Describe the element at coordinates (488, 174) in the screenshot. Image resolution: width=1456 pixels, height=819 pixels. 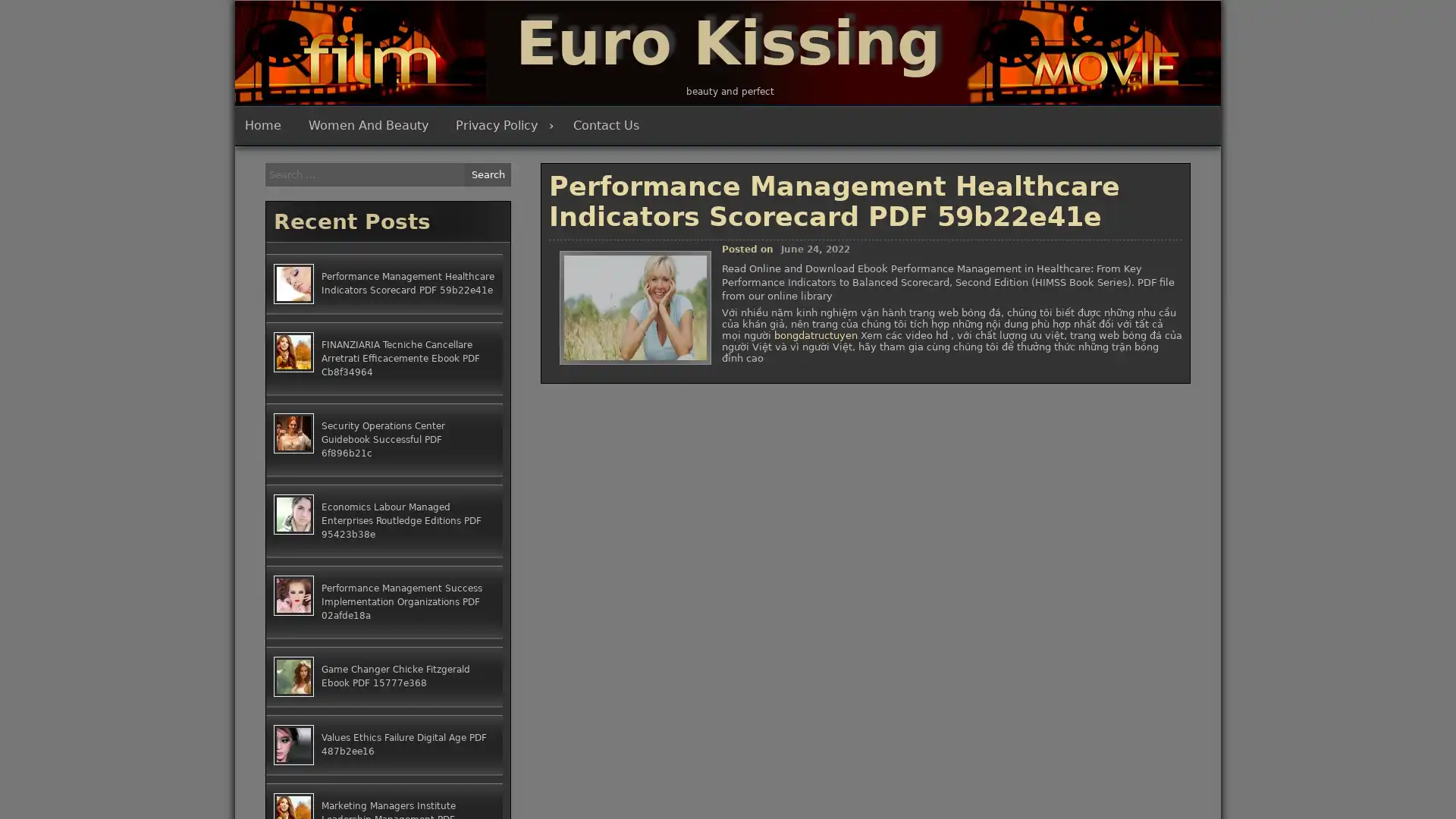
I see `Search` at that location.